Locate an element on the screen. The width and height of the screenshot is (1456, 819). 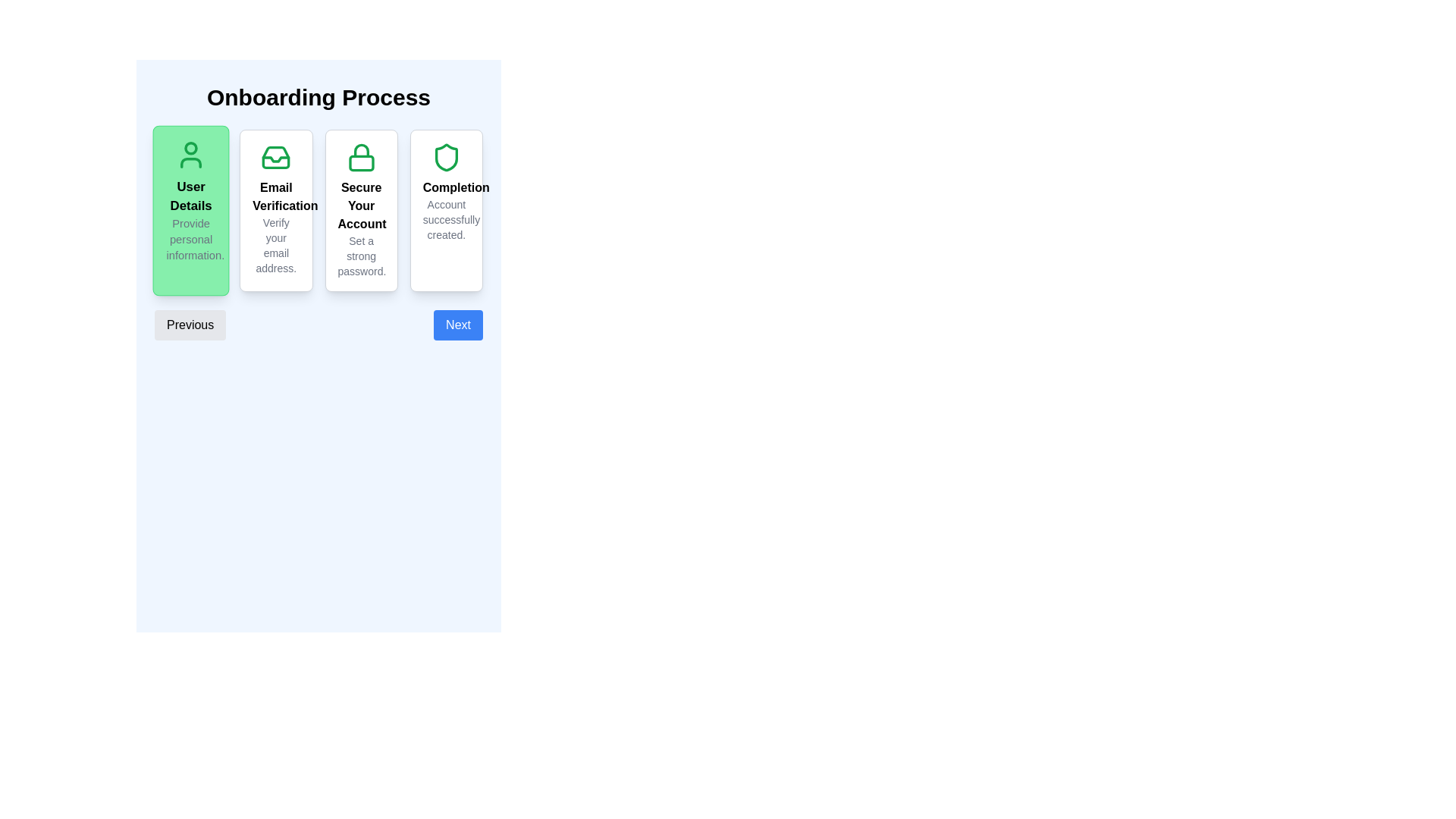
the green user silhouette icon within the 'User Details' card in the onboarding process interface is located at coordinates (190, 155).